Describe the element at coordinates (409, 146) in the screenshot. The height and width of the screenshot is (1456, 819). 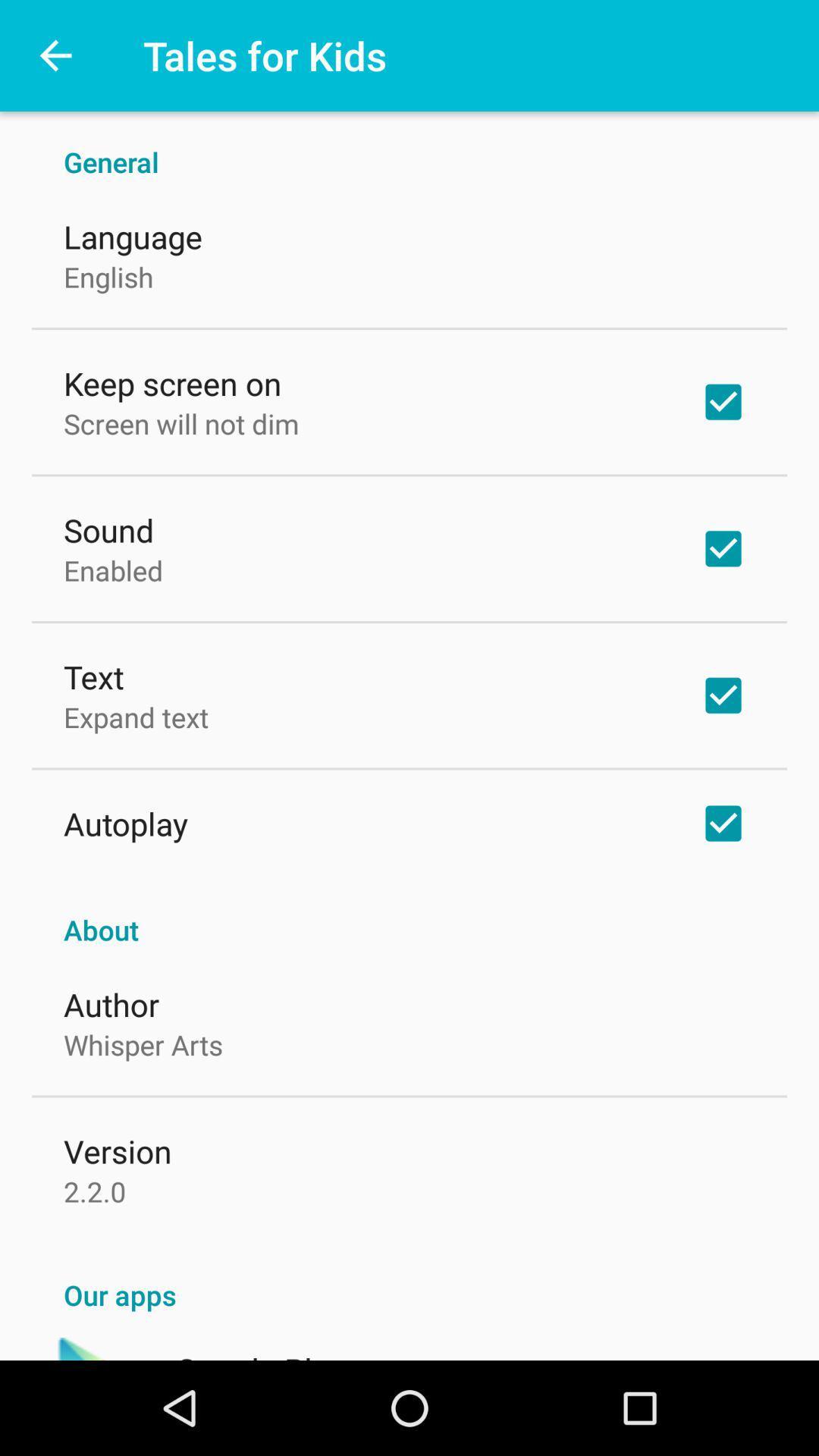
I see `the general at the top` at that location.